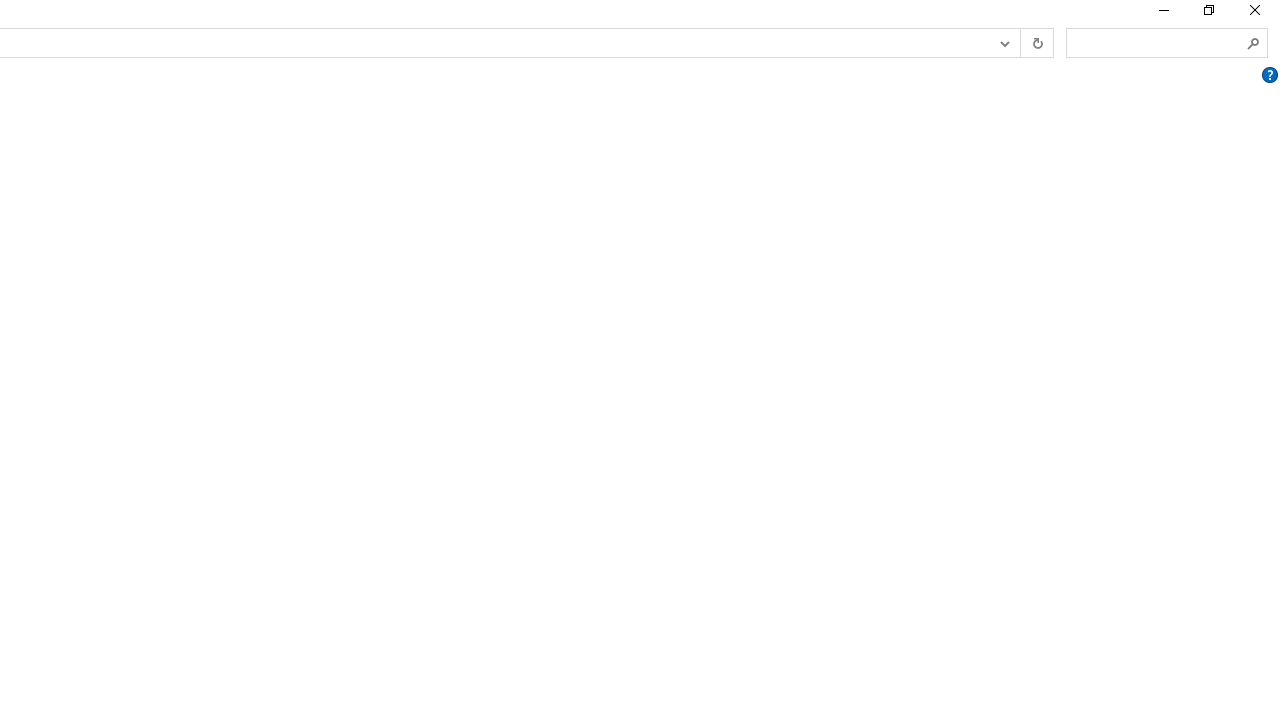 The height and width of the screenshot is (720, 1280). What do you see at coordinates (1162, 15) in the screenshot?
I see `'Minimize'` at bounding box center [1162, 15].